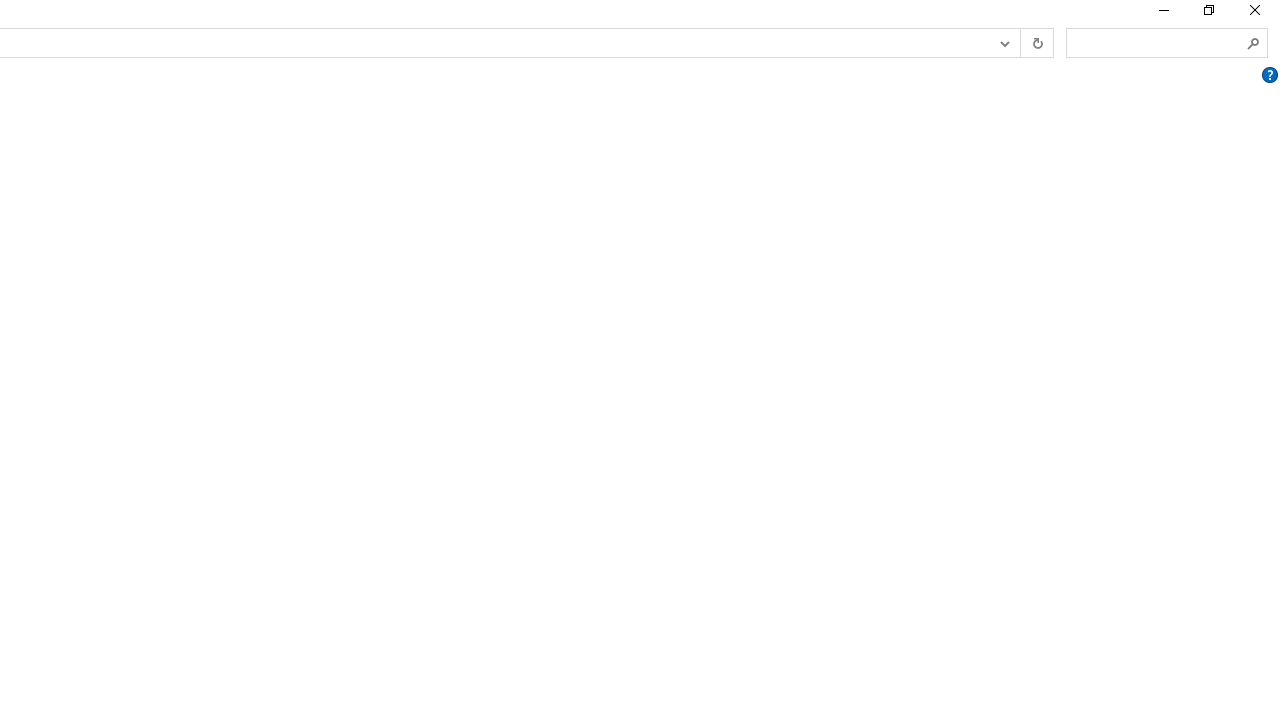 The height and width of the screenshot is (720, 1280). What do you see at coordinates (1162, 15) in the screenshot?
I see `'Minimize'` at bounding box center [1162, 15].